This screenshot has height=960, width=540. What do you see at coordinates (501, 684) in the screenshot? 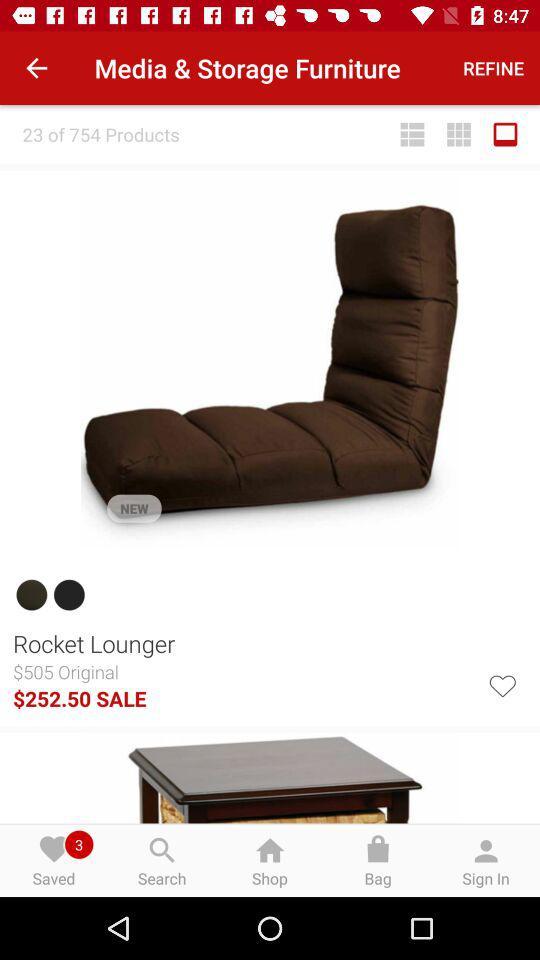
I see `to favorites` at bounding box center [501, 684].